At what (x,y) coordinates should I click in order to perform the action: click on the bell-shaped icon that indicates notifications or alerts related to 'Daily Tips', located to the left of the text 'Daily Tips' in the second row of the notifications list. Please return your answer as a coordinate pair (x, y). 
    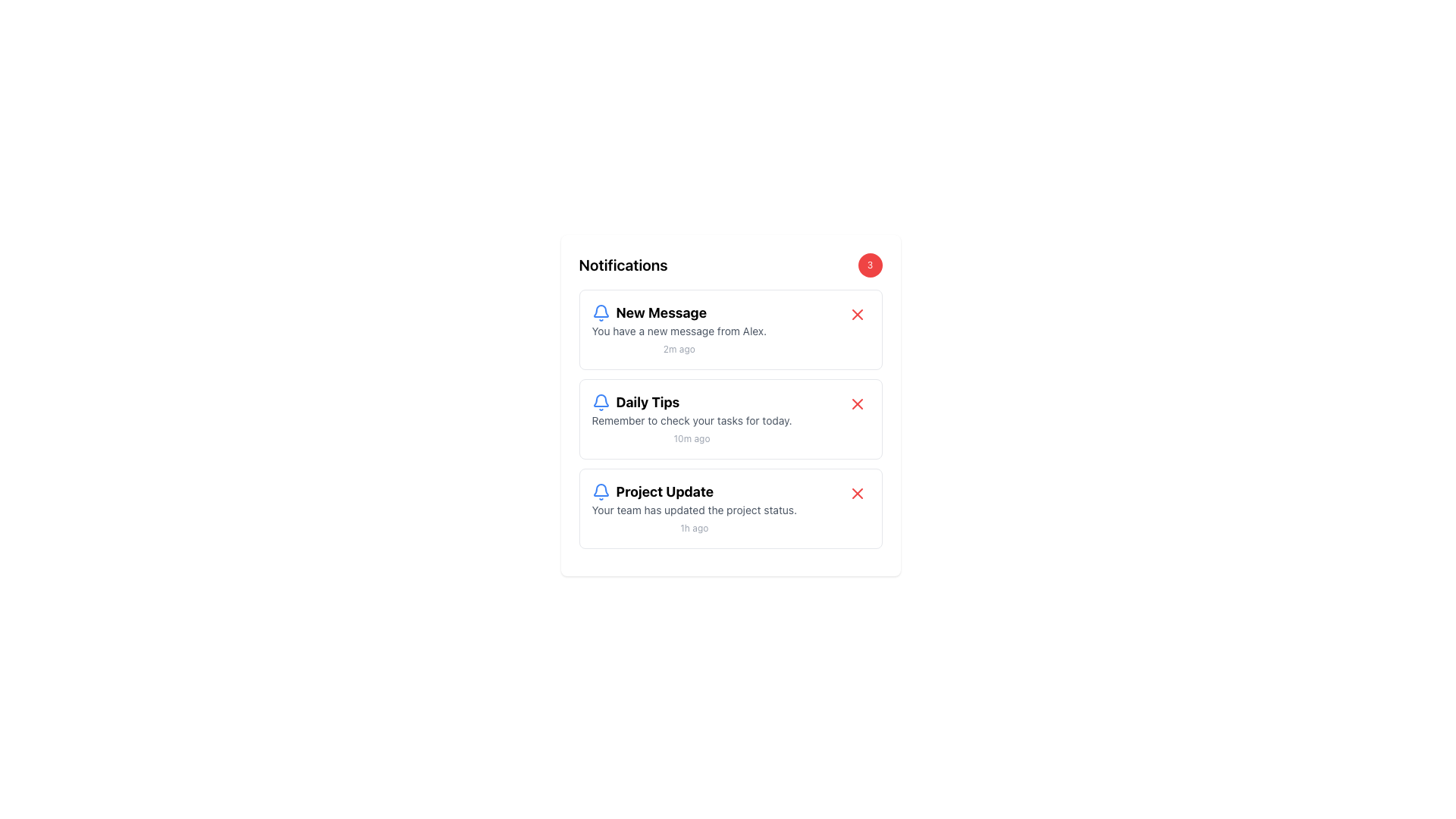
    Looking at the image, I should click on (600, 402).